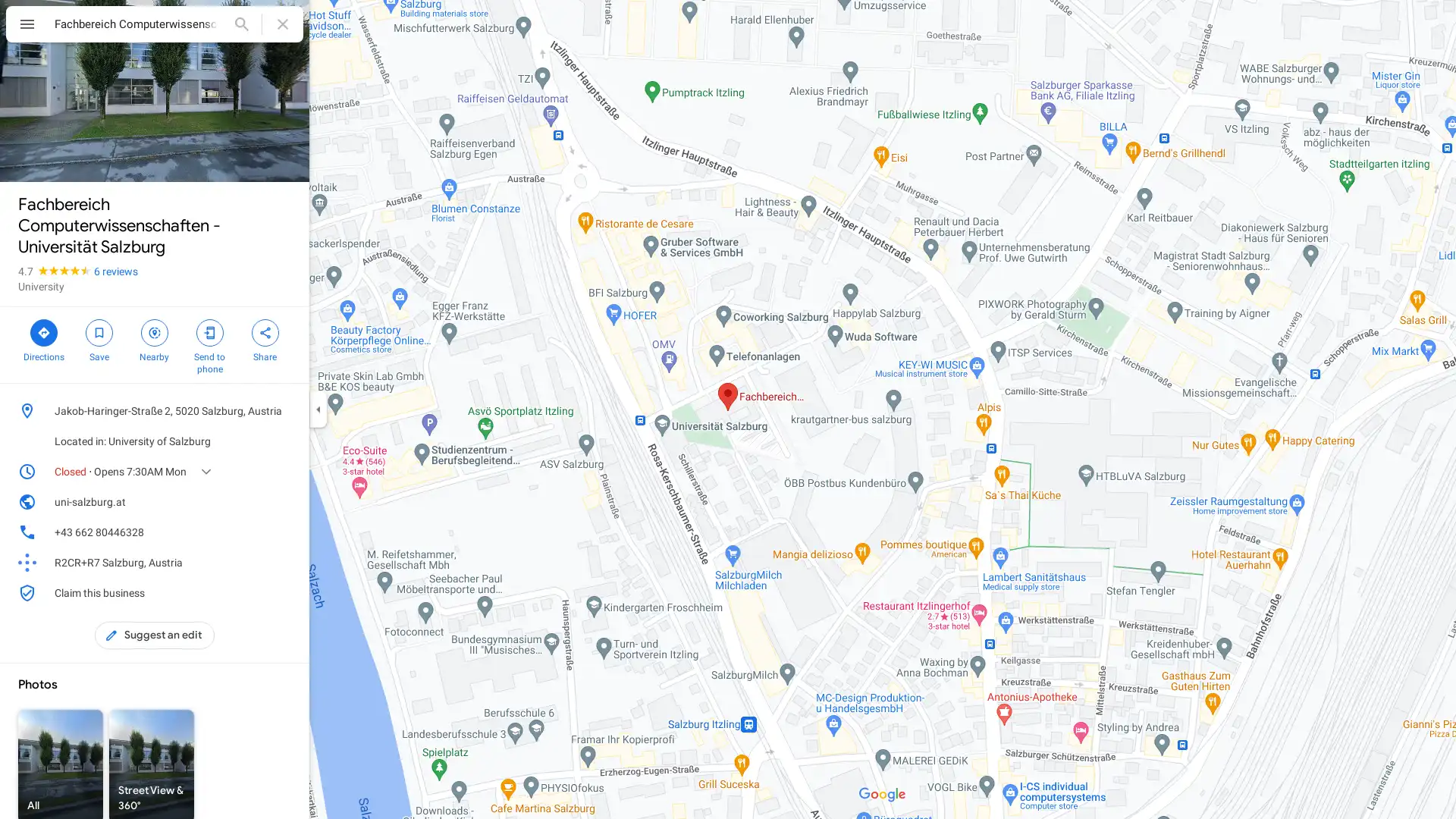 Image resolution: width=1456 pixels, height=819 pixels. Describe the element at coordinates (55, 271) in the screenshot. I see `4.7 stars` at that location.